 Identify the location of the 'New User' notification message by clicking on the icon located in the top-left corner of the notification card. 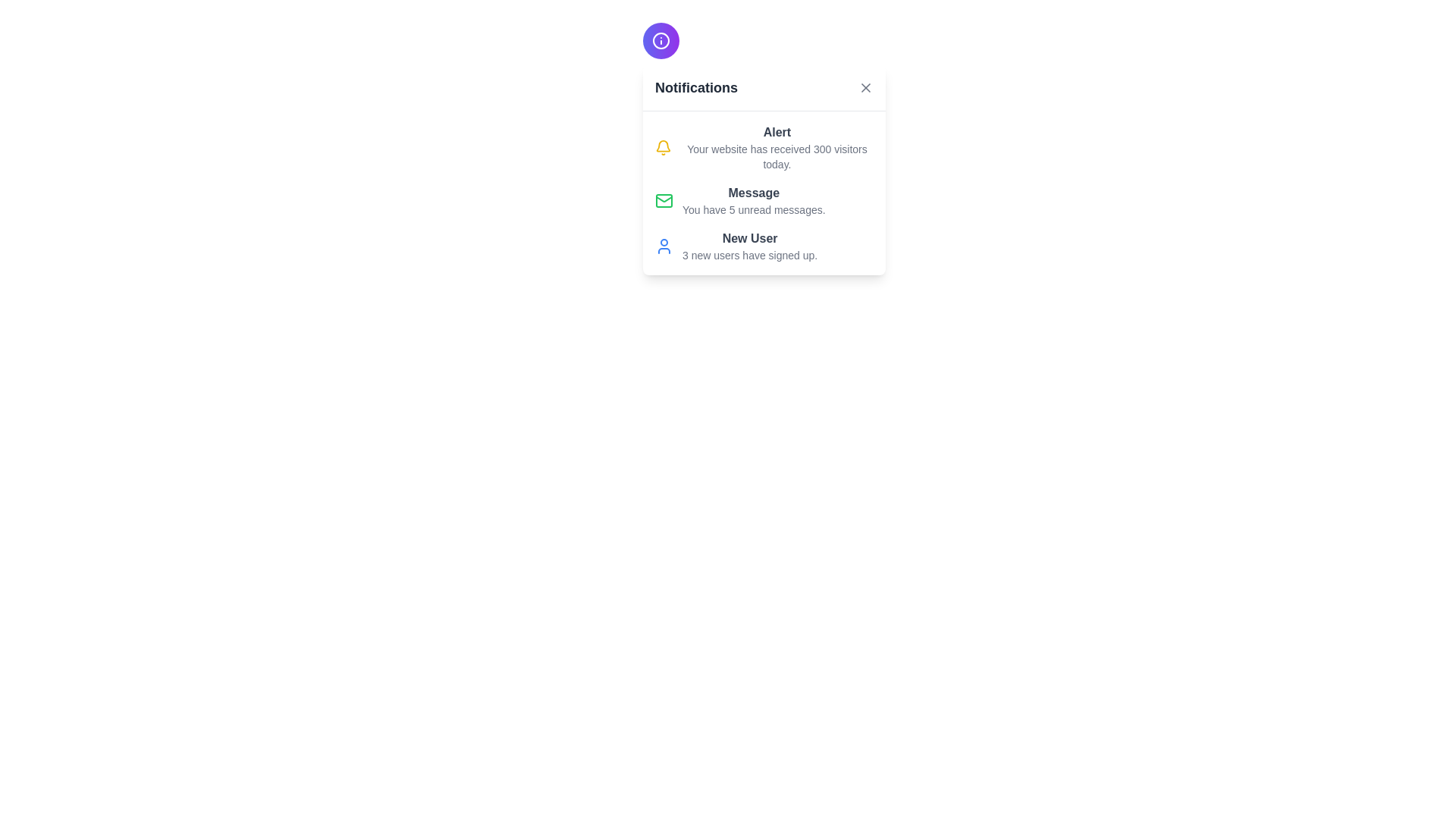
(664, 245).